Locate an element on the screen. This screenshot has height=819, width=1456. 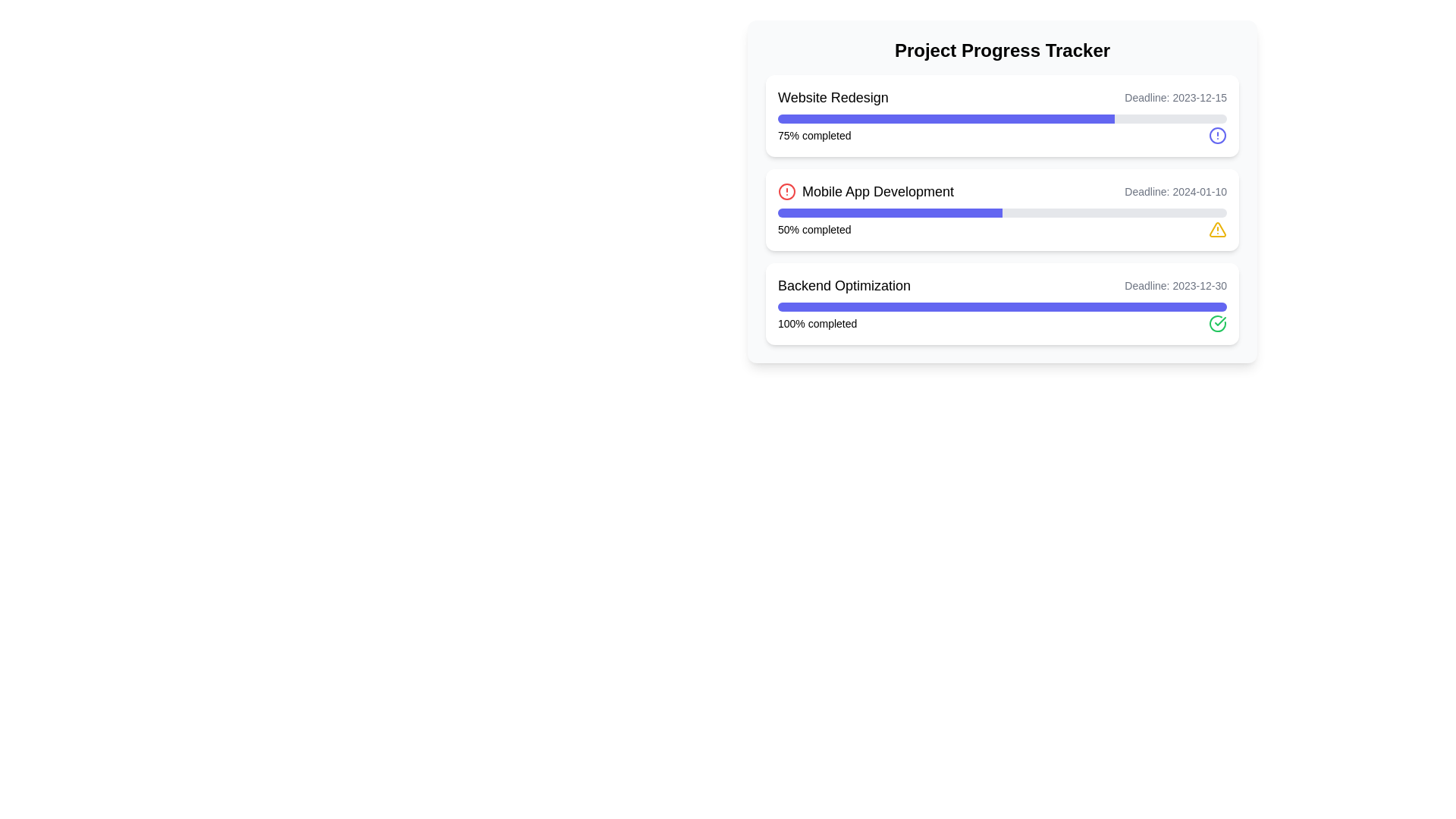
the icon shaped like a bordered circle with a centered exclamation mark, located near the progress bar indicating '75% completed' in the 'Website Redesign' section is located at coordinates (1218, 134).